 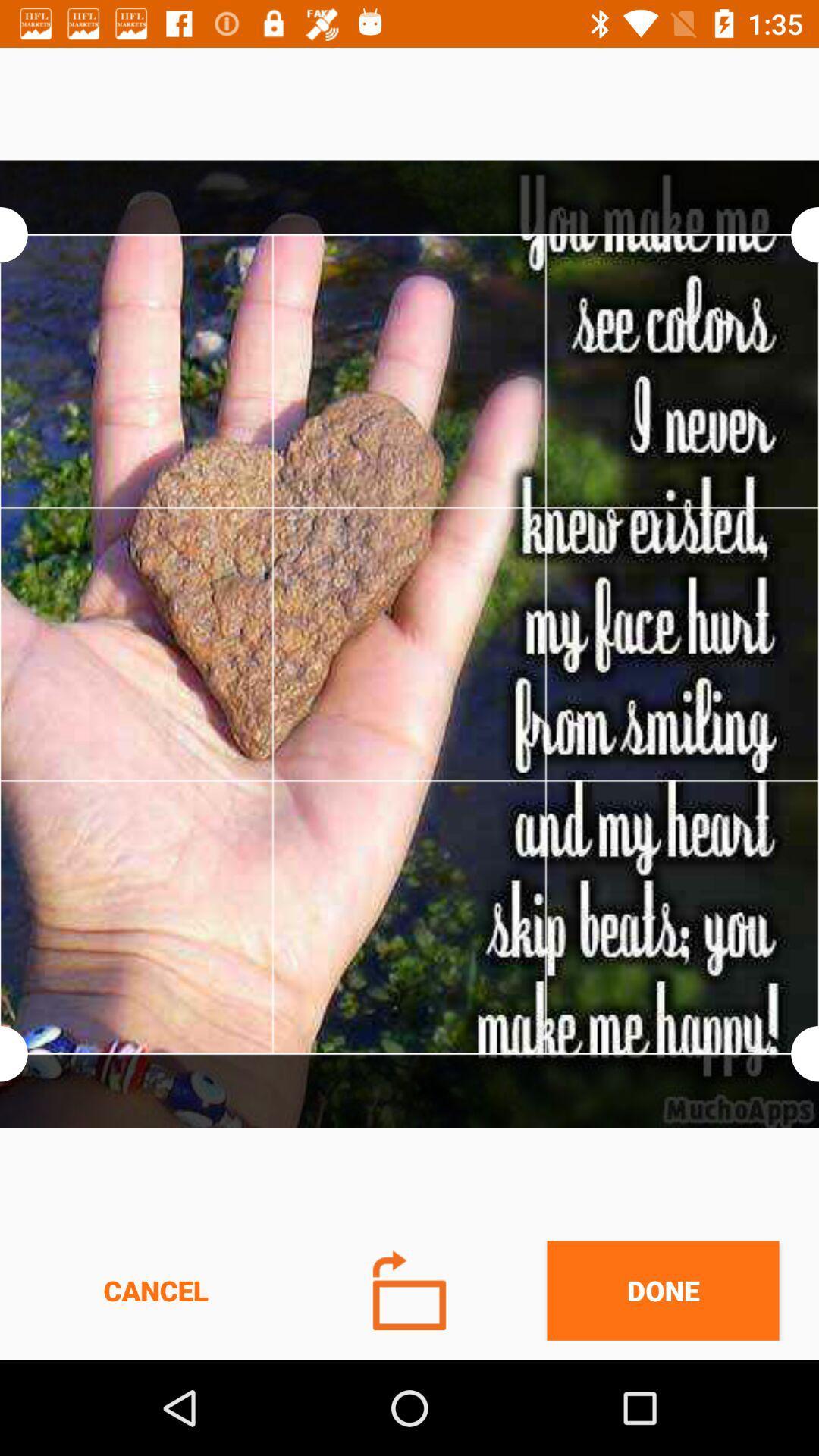 I want to click on the button to the left of done item, so click(x=409, y=1289).